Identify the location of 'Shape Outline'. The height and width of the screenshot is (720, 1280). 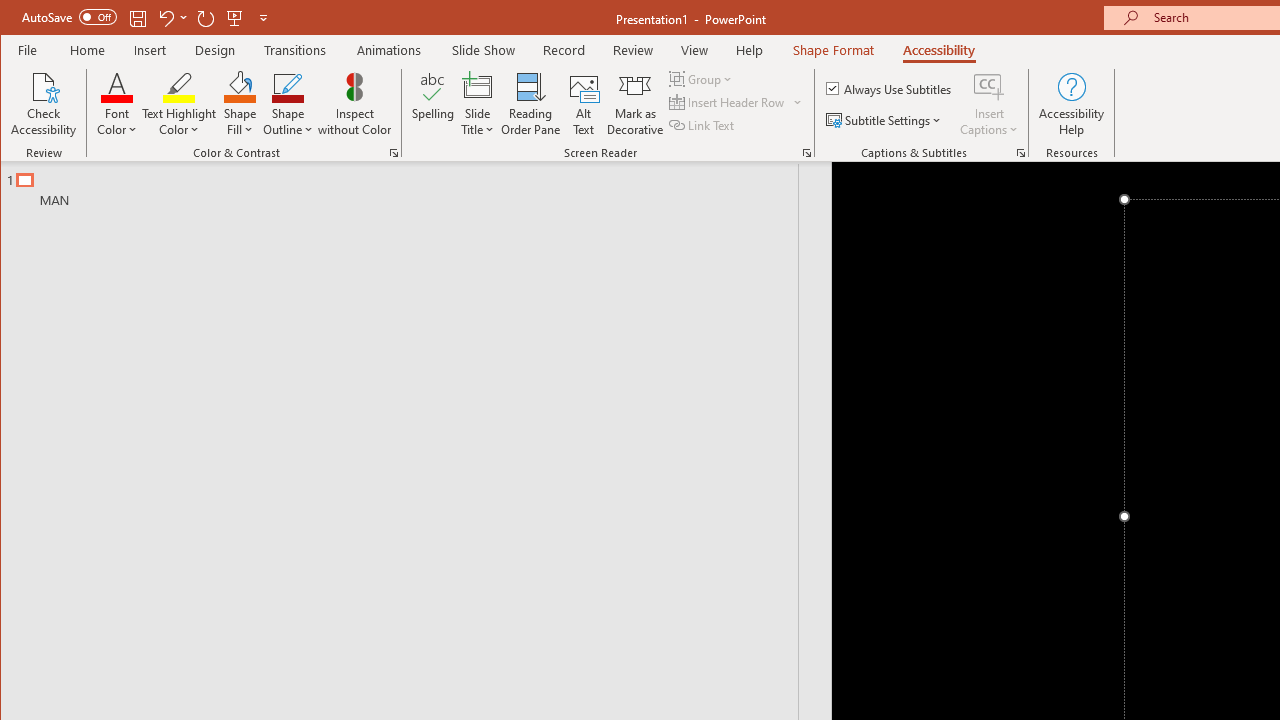
(287, 104).